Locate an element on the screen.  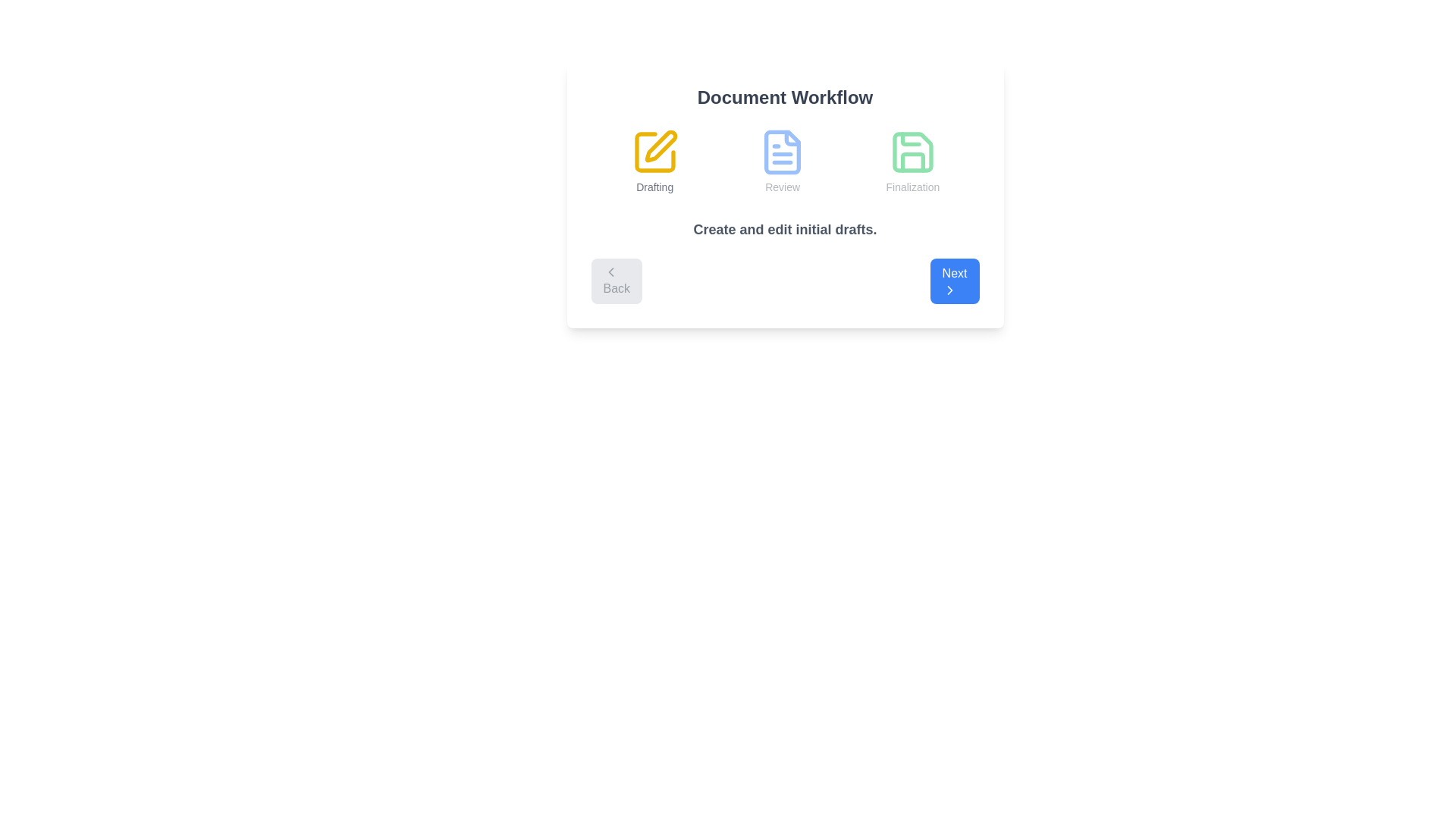
the completion icon with a text label, which is the rightmost element in a horizontal row of three elements labeled 'Drafting', 'Review', and 'Completion' is located at coordinates (912, 161).